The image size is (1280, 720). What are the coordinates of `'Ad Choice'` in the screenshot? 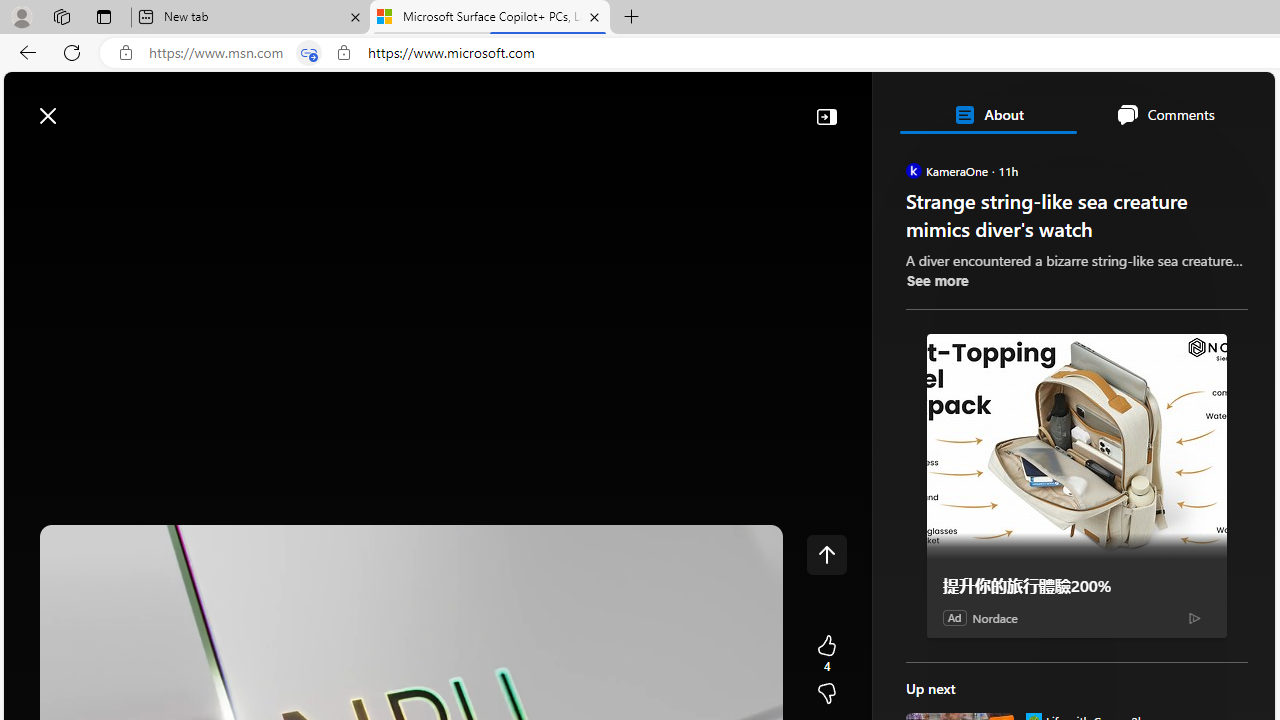 It's located at (1194, 616).